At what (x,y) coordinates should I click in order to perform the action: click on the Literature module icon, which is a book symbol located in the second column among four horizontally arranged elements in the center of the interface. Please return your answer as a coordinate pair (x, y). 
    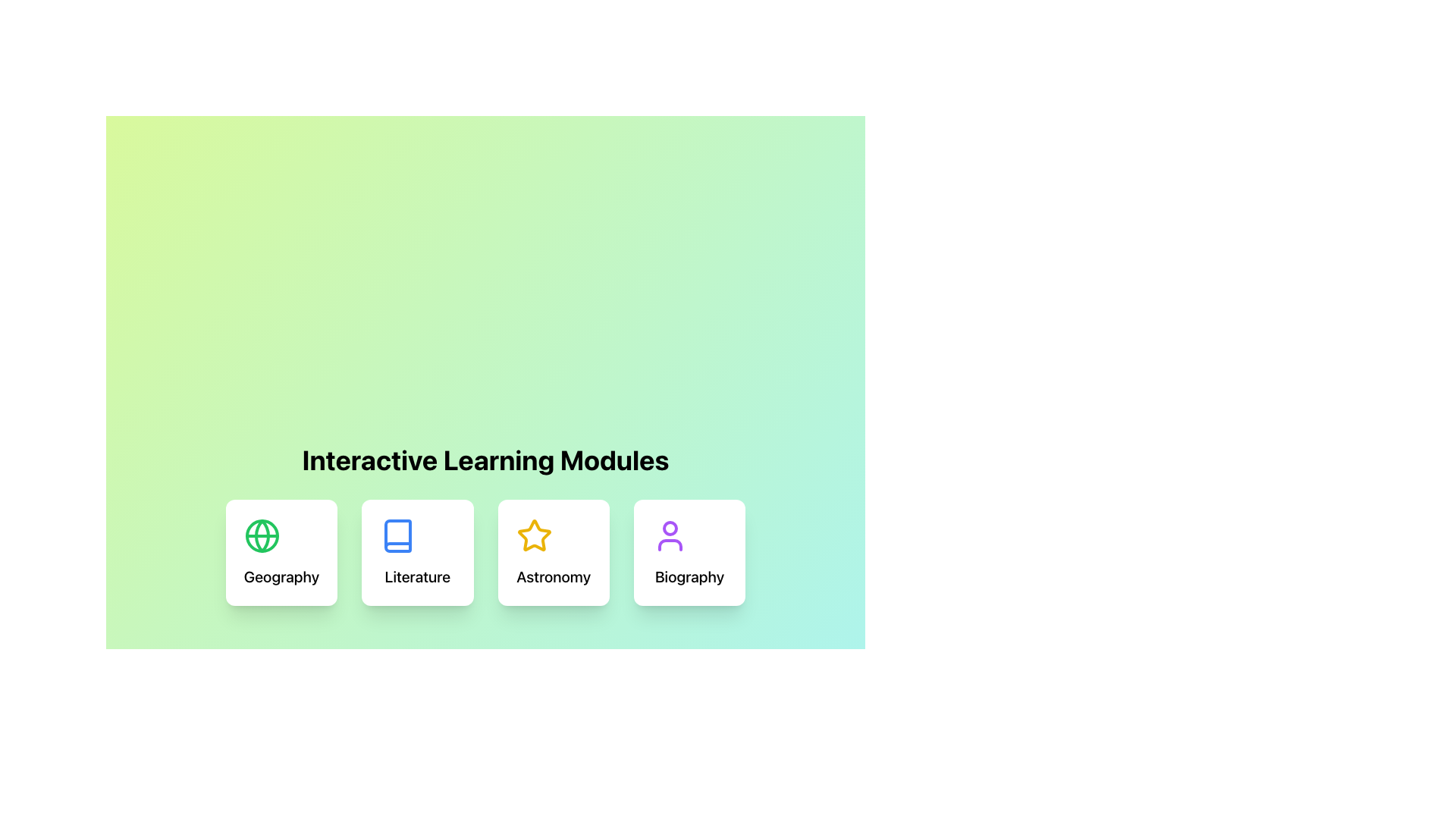
    Looking at the image, I should click on (398, 535).